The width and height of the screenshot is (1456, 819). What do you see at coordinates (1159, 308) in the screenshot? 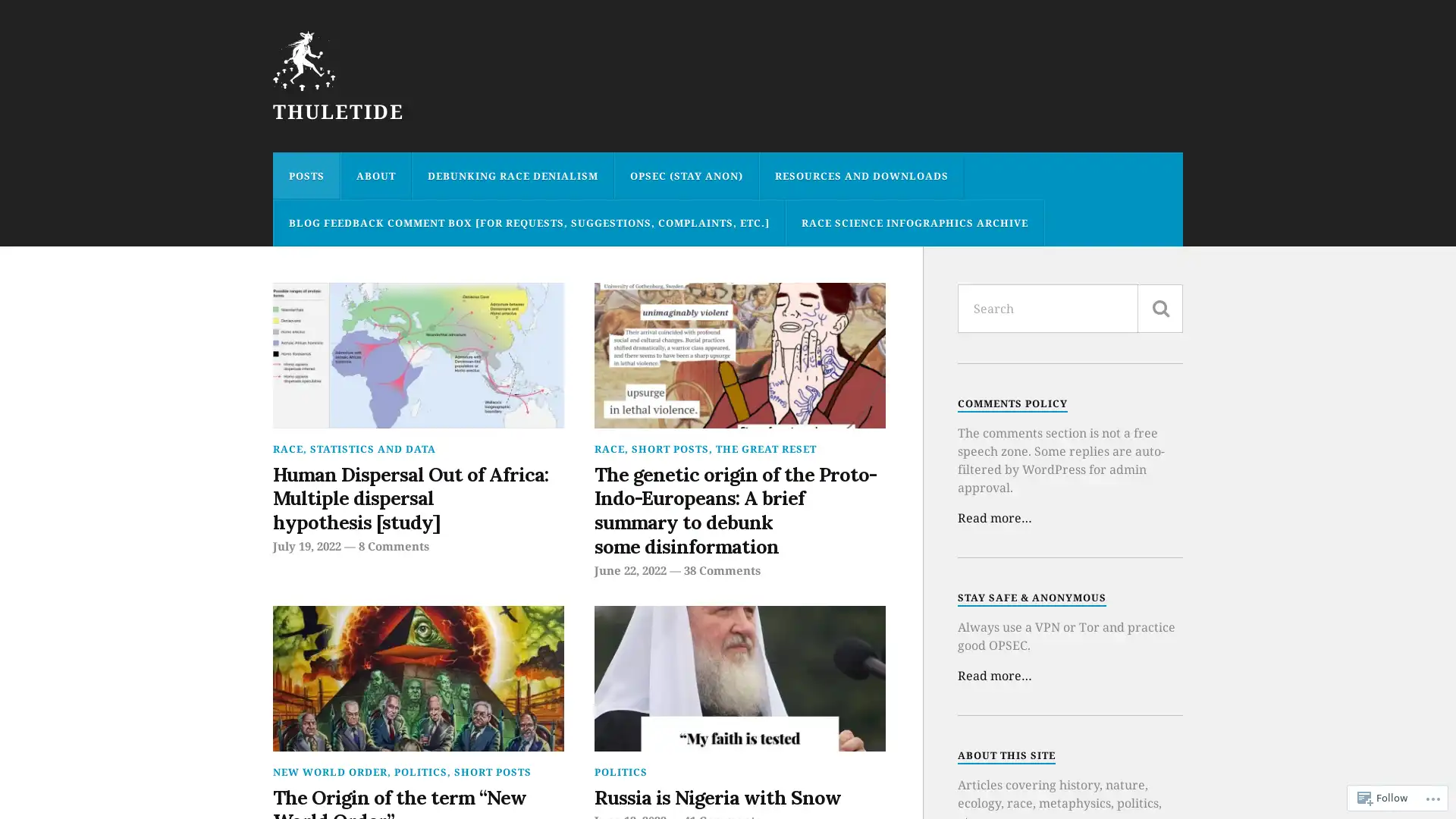
I see `Search` at bounding box center [1159, 308].